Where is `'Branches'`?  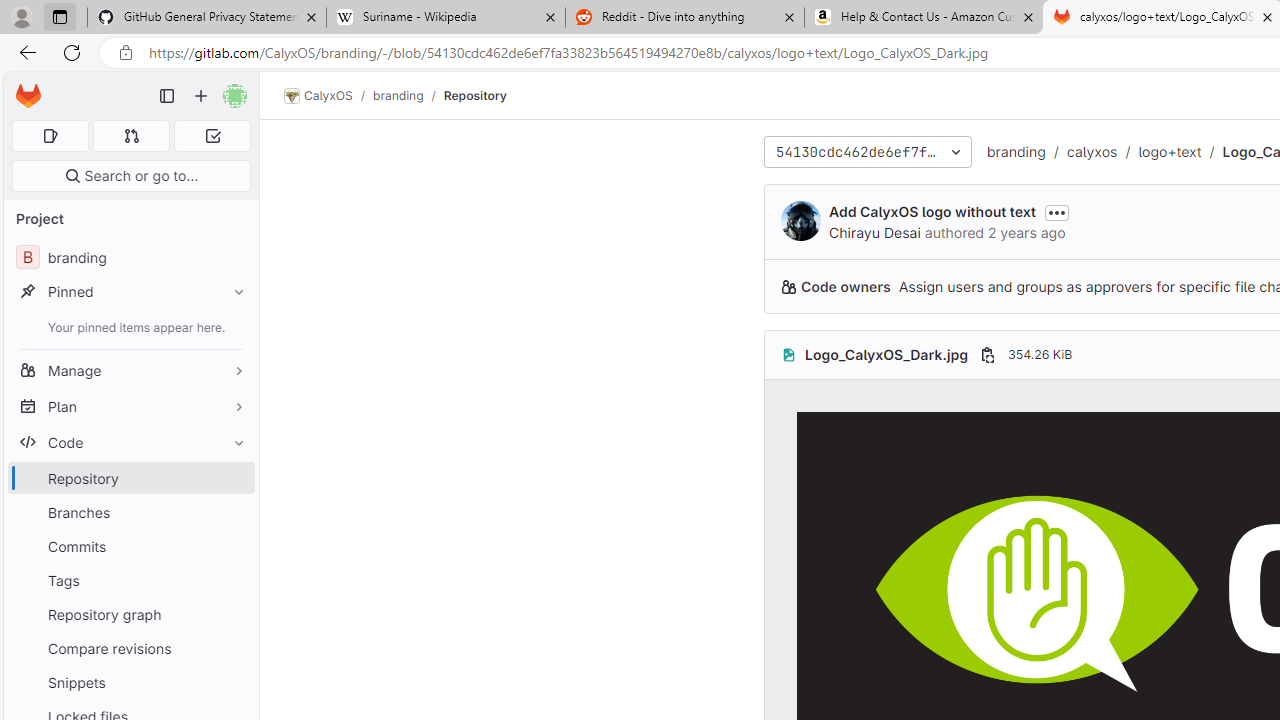 'Branches' is located at coordinates (130, 511).